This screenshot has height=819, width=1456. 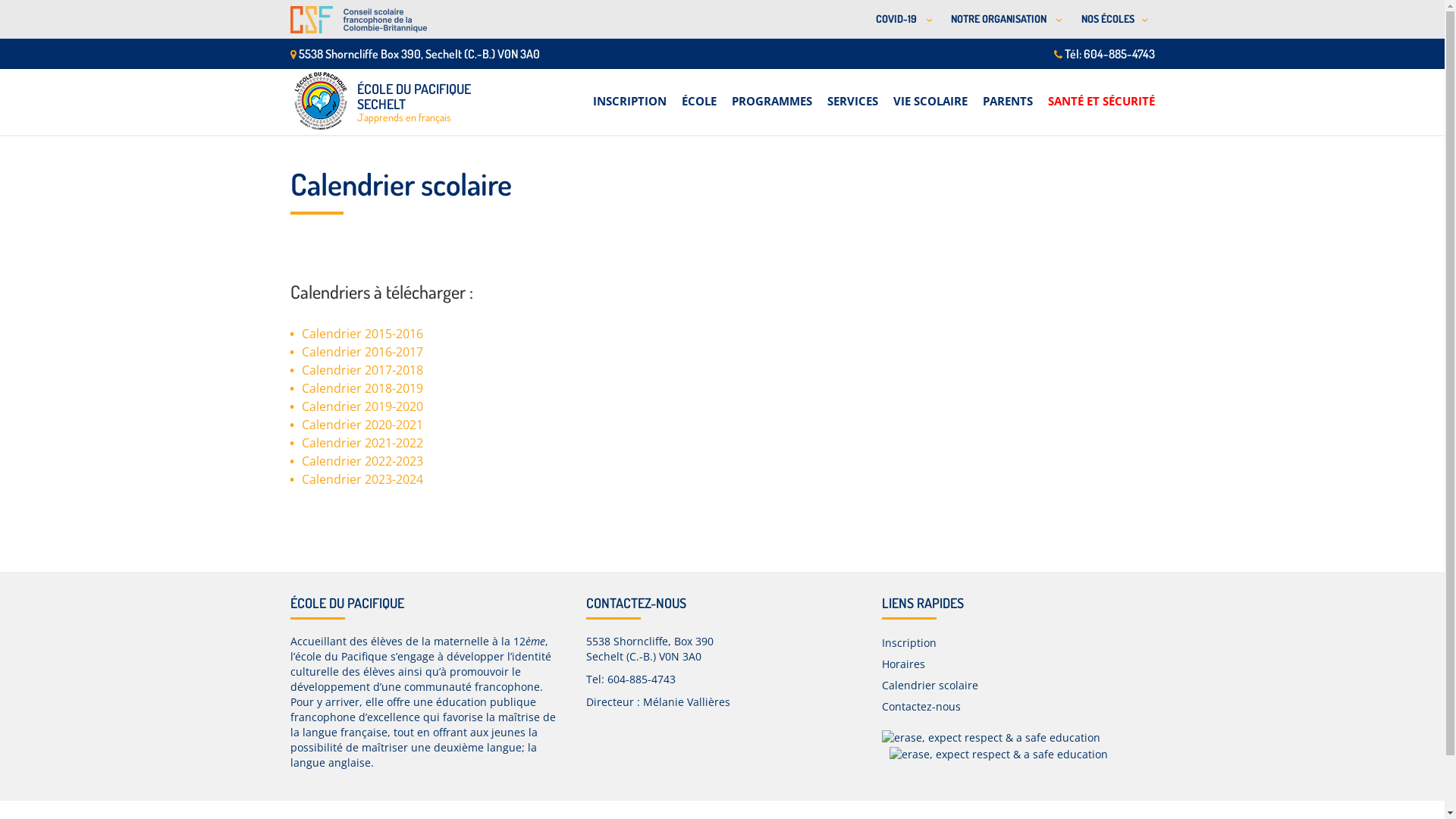 I want to click on 'Calendrier 2018-2019', so click(x=362, y=388).